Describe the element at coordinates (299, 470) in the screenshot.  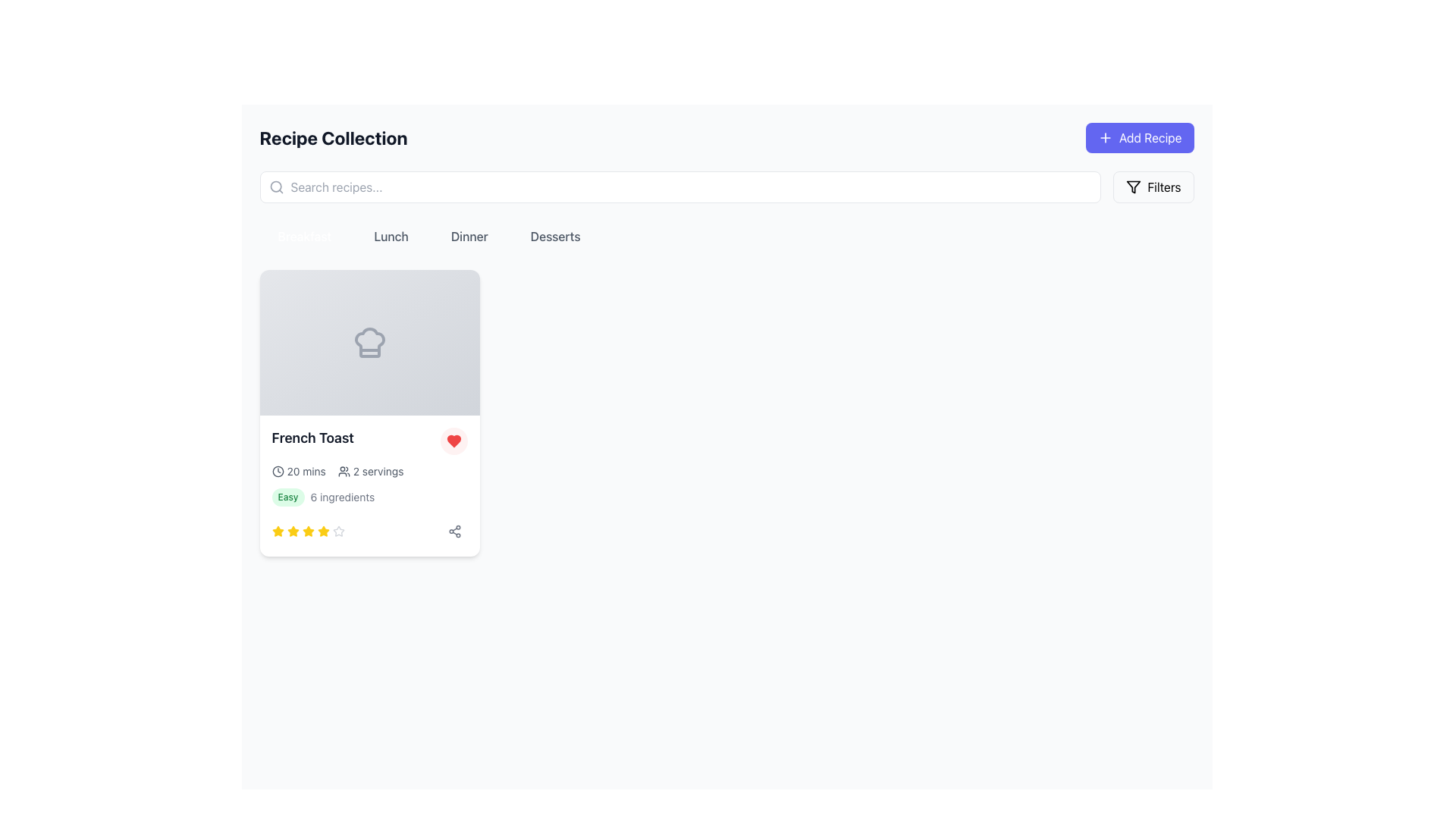
I see `the preparation time label, which includes a clock icon and text, located below the recipe title 'French Toast' within the recipe card` at that location.